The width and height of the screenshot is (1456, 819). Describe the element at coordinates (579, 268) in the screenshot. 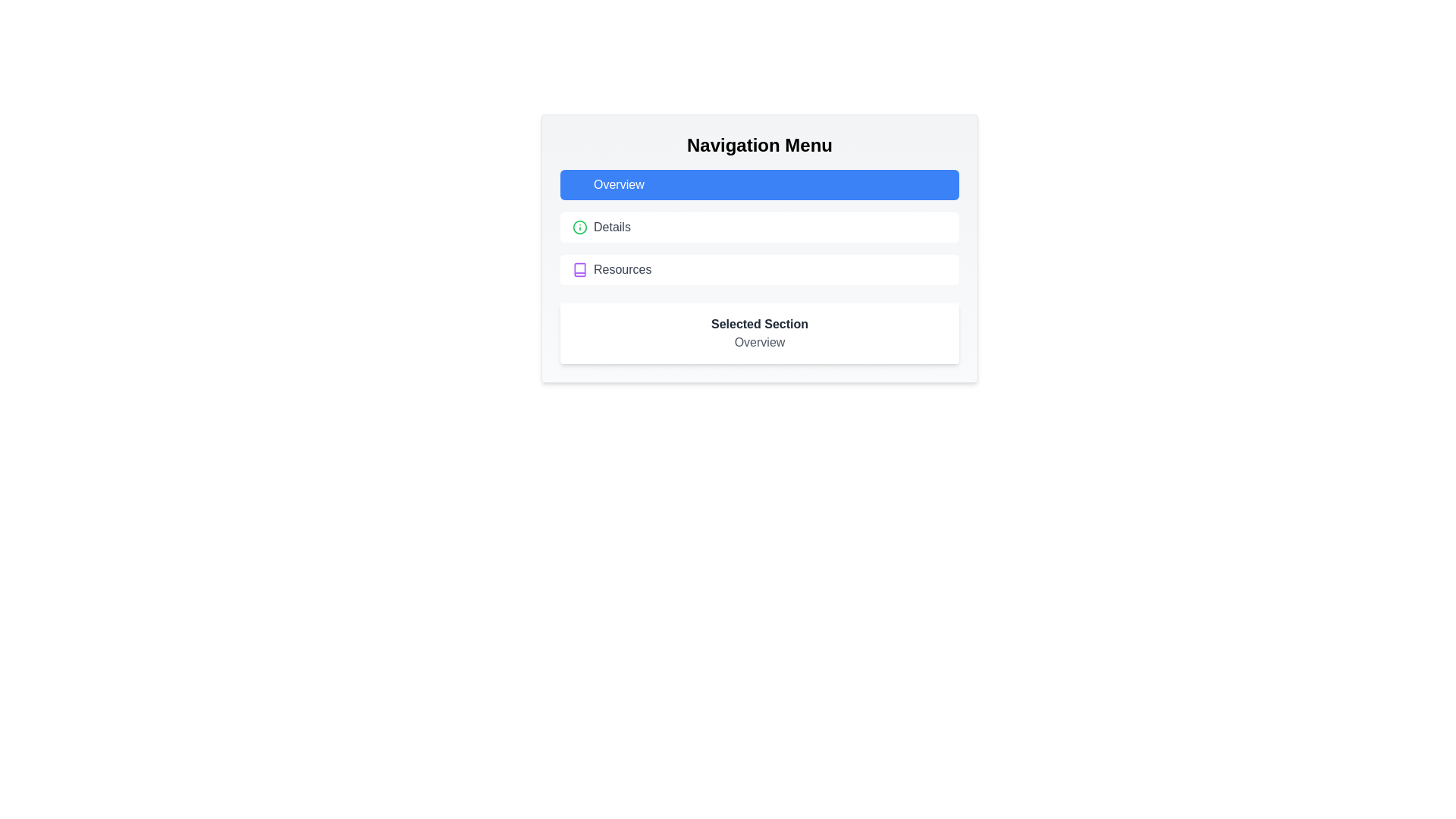

I see `the 'Resources' icon in the navigation menu, which is positioned to the left of its text label` at that location.